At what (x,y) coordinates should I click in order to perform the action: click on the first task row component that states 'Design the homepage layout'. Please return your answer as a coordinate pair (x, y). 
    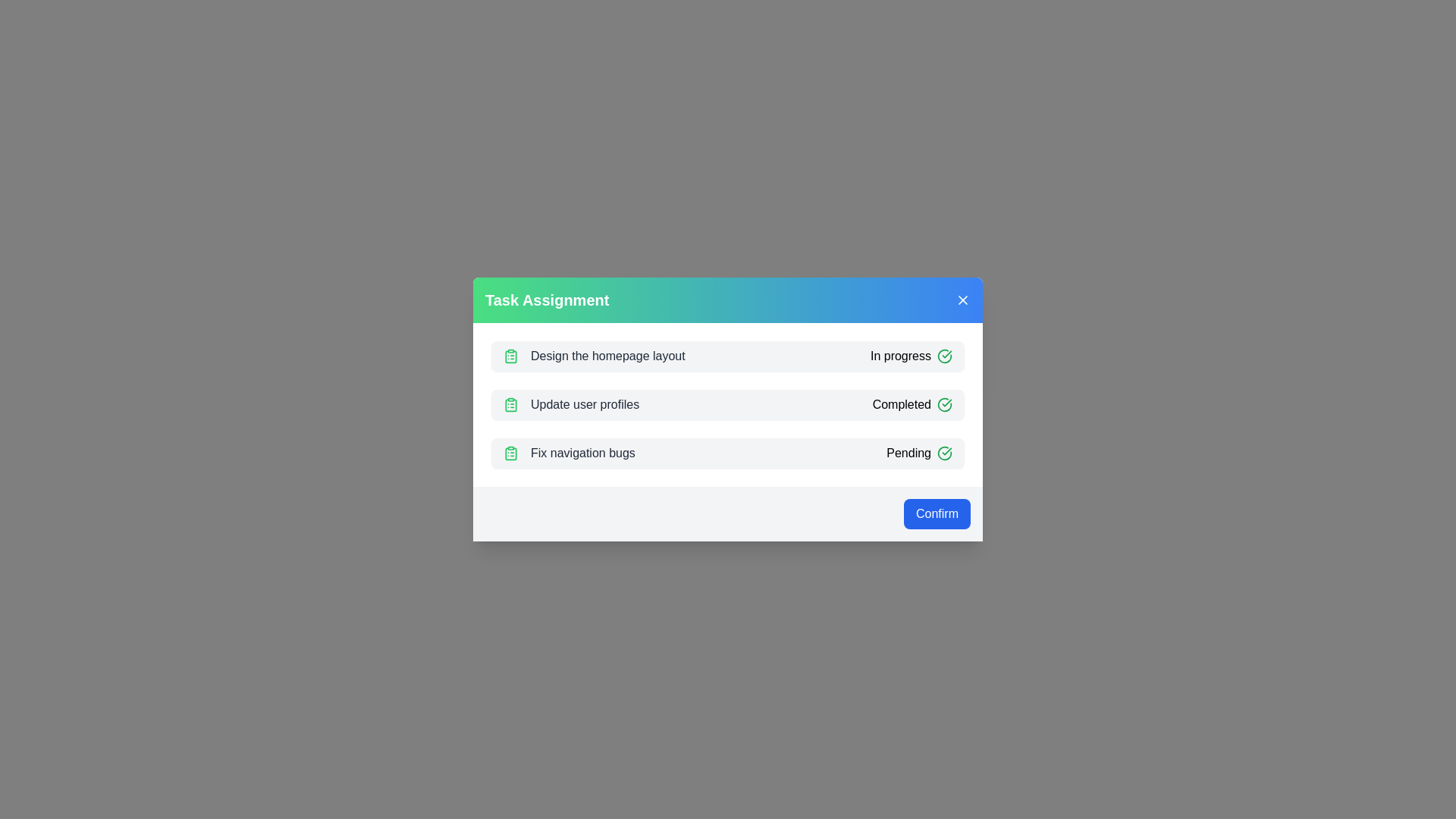
    Looking at the image, I should click on (728, 356).